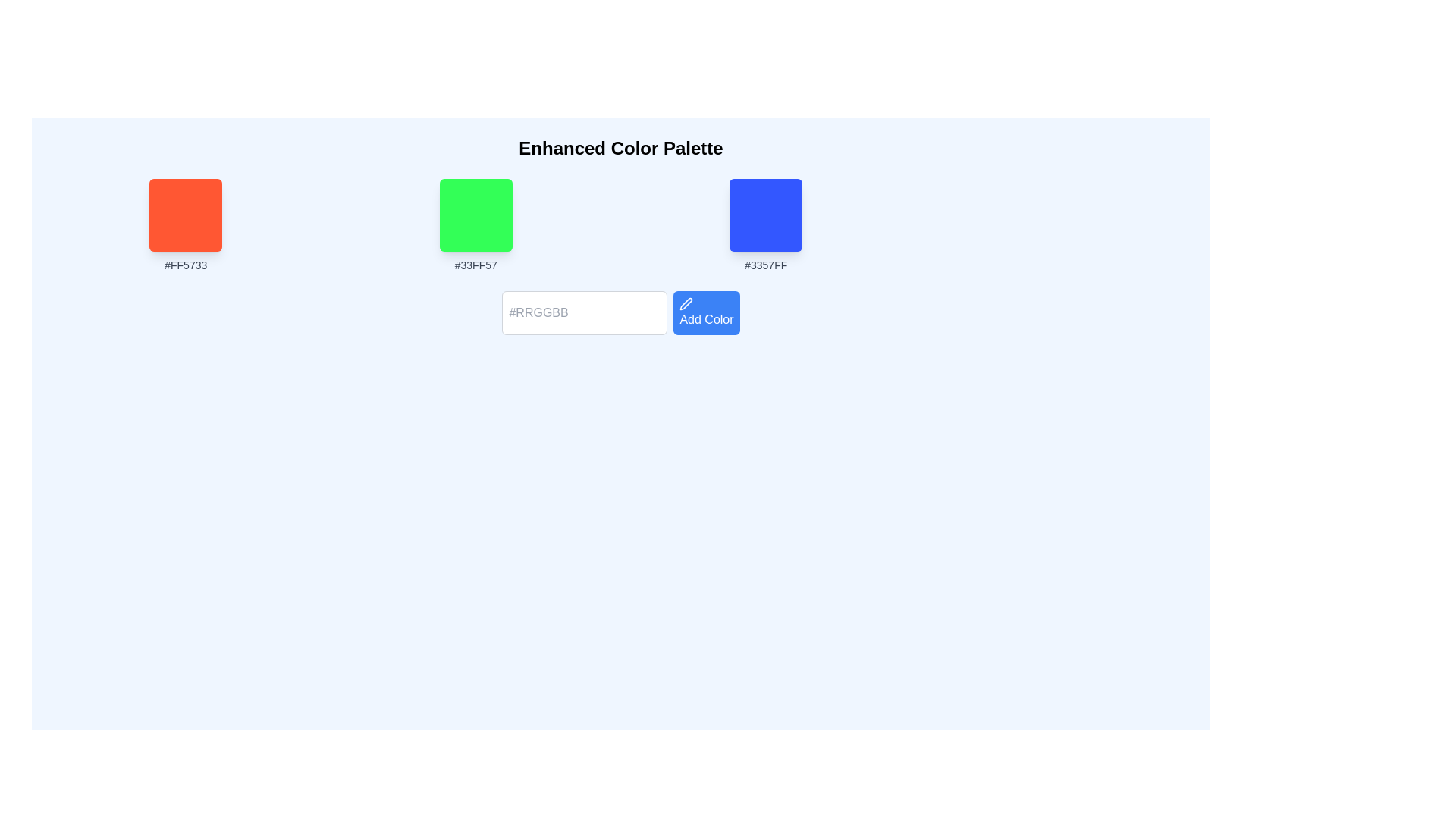  What do you see at coordinates (686, 304) in the screenshot?
I see `the pen icon within the blue 'Add Color' button as a visual cue` at bounding box center [686, 304].